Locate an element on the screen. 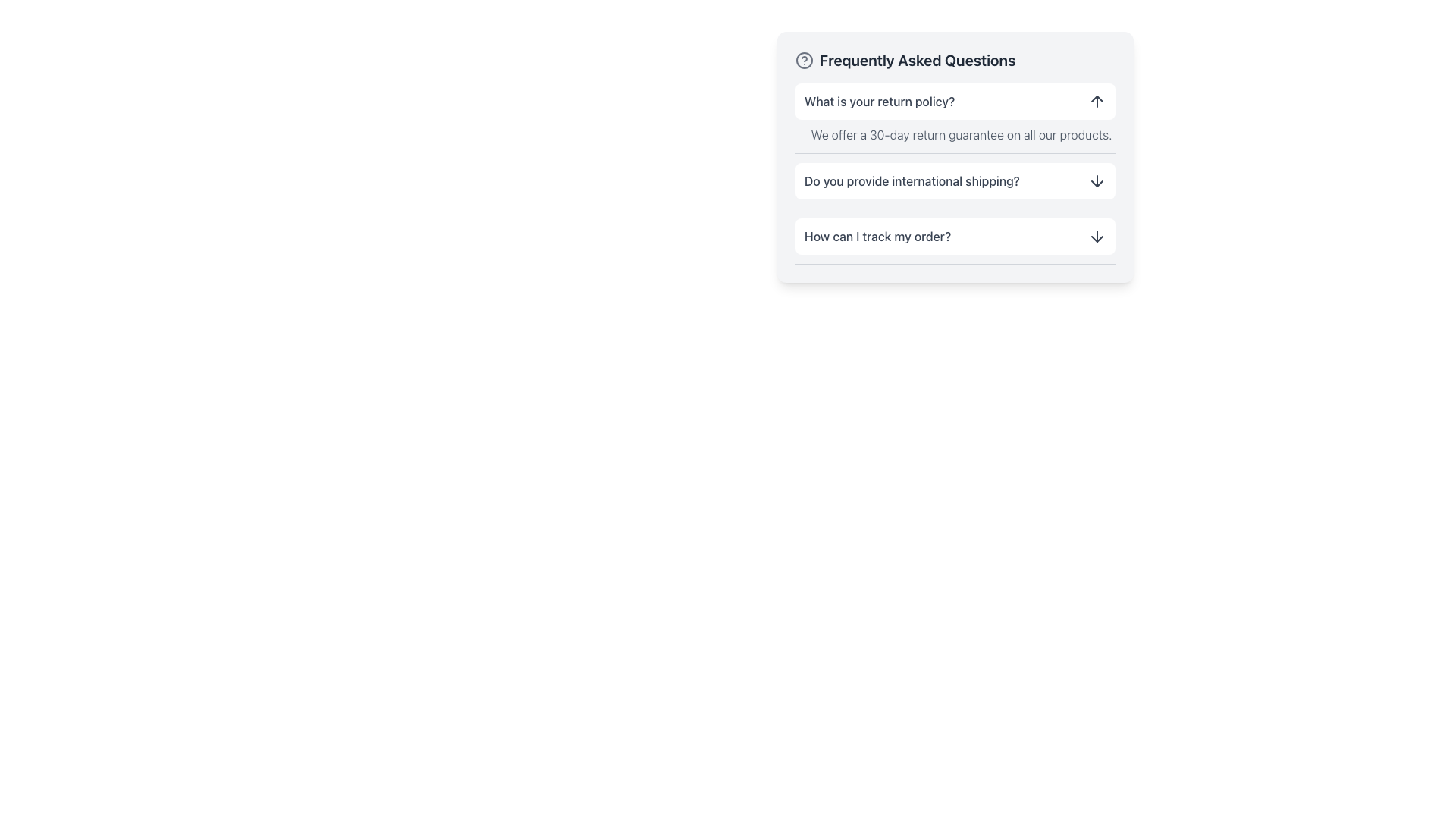 The height and width of the screenshot is (819, 1456). the small upward-pointing arrow icon located to the far right of the text 'What is your return policy?' in the top question item of the collapsible FAQ list is located at coordinates (1097, 102).